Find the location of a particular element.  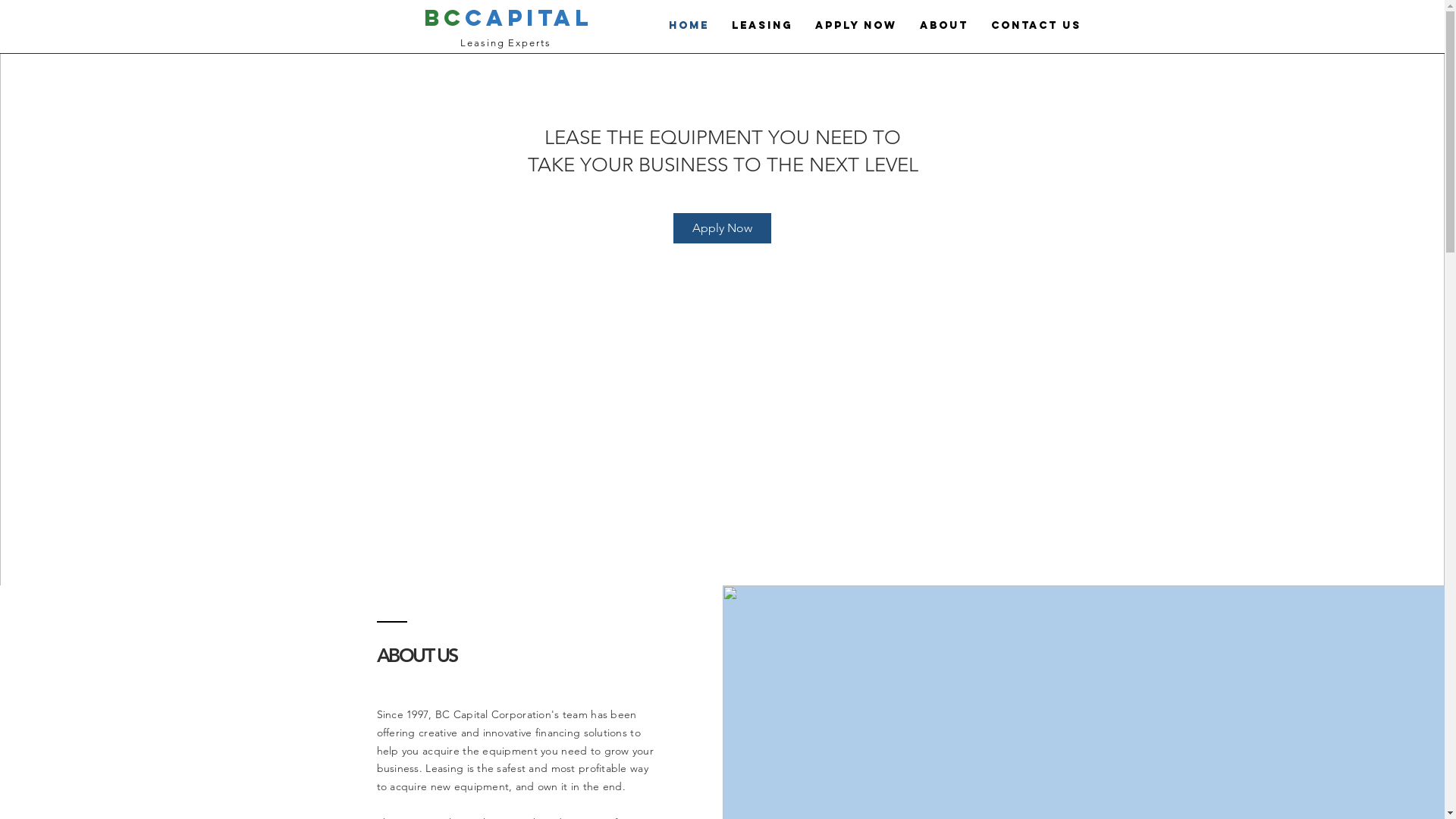

'About' is located at coordinates (943, 26).